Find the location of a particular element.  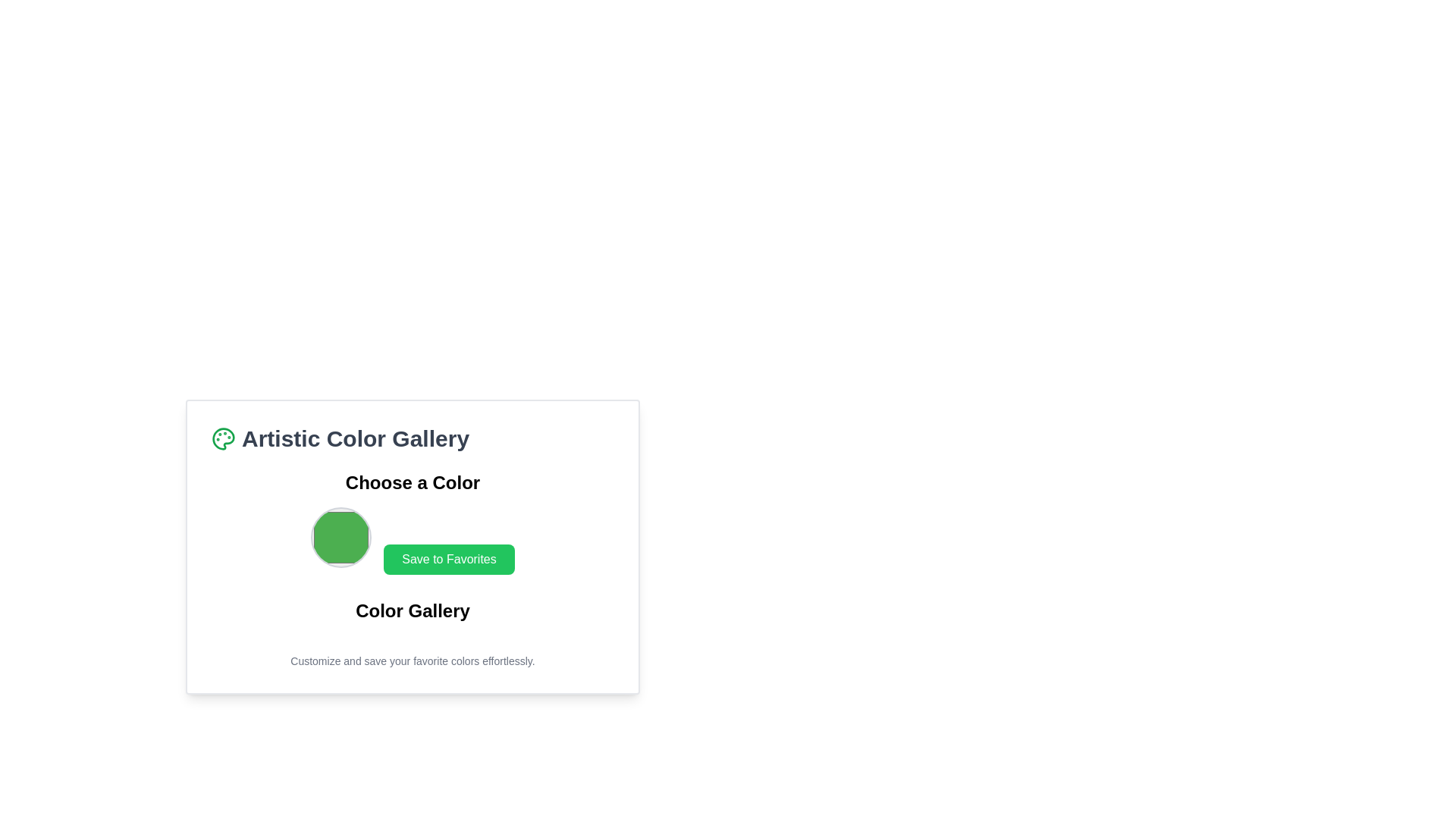

the text label displaying 'Color Gallery' which is bold and slightly larger, located directly below the 'Save to Favorites' button is located at coordinates (413, 610).